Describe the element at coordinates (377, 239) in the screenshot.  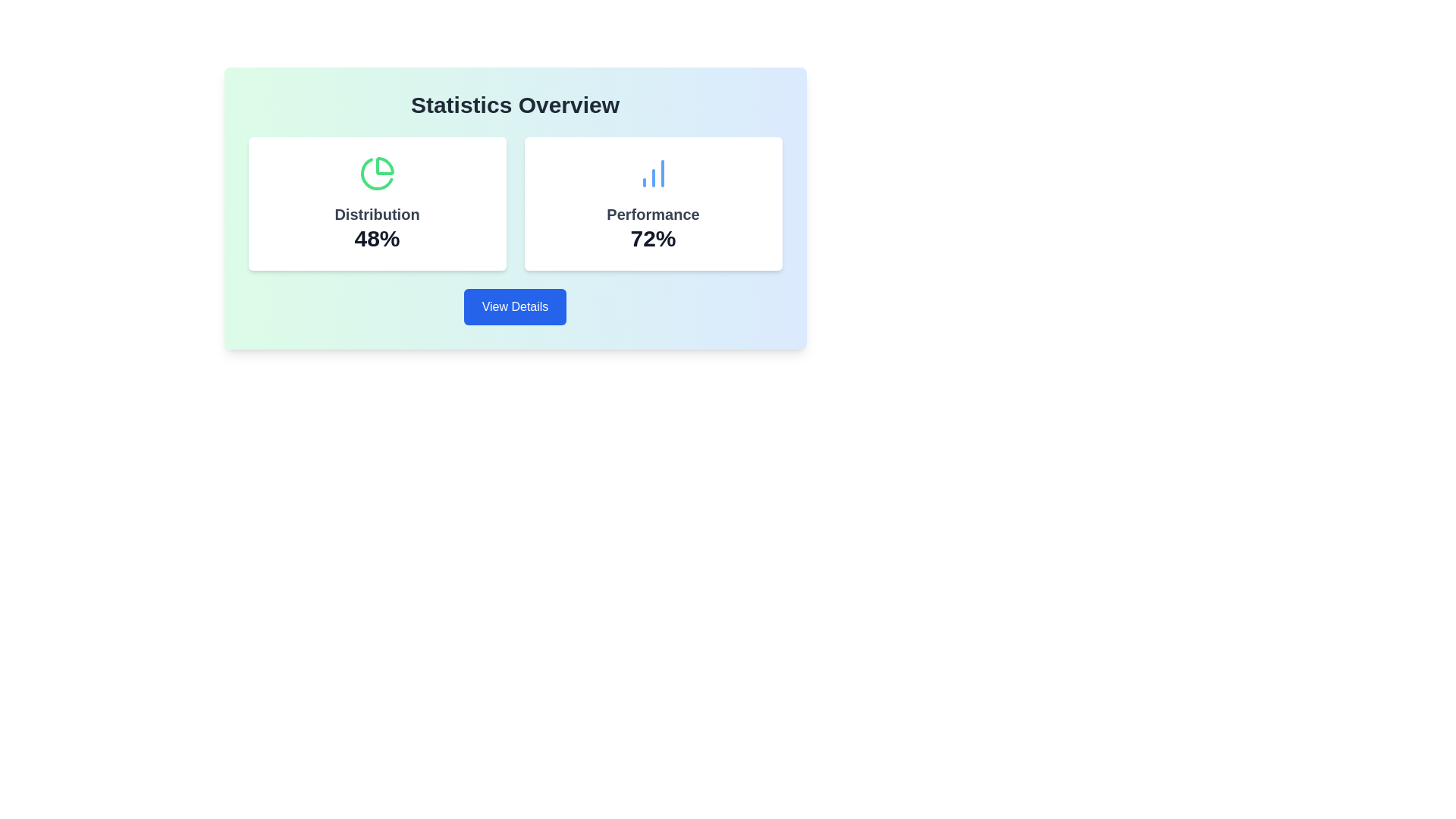
I see `the static Text display element that shows the percentage value of the 'Distribution' metric, located below the 'Distribution' label and above the green pie chart icon` at that location.